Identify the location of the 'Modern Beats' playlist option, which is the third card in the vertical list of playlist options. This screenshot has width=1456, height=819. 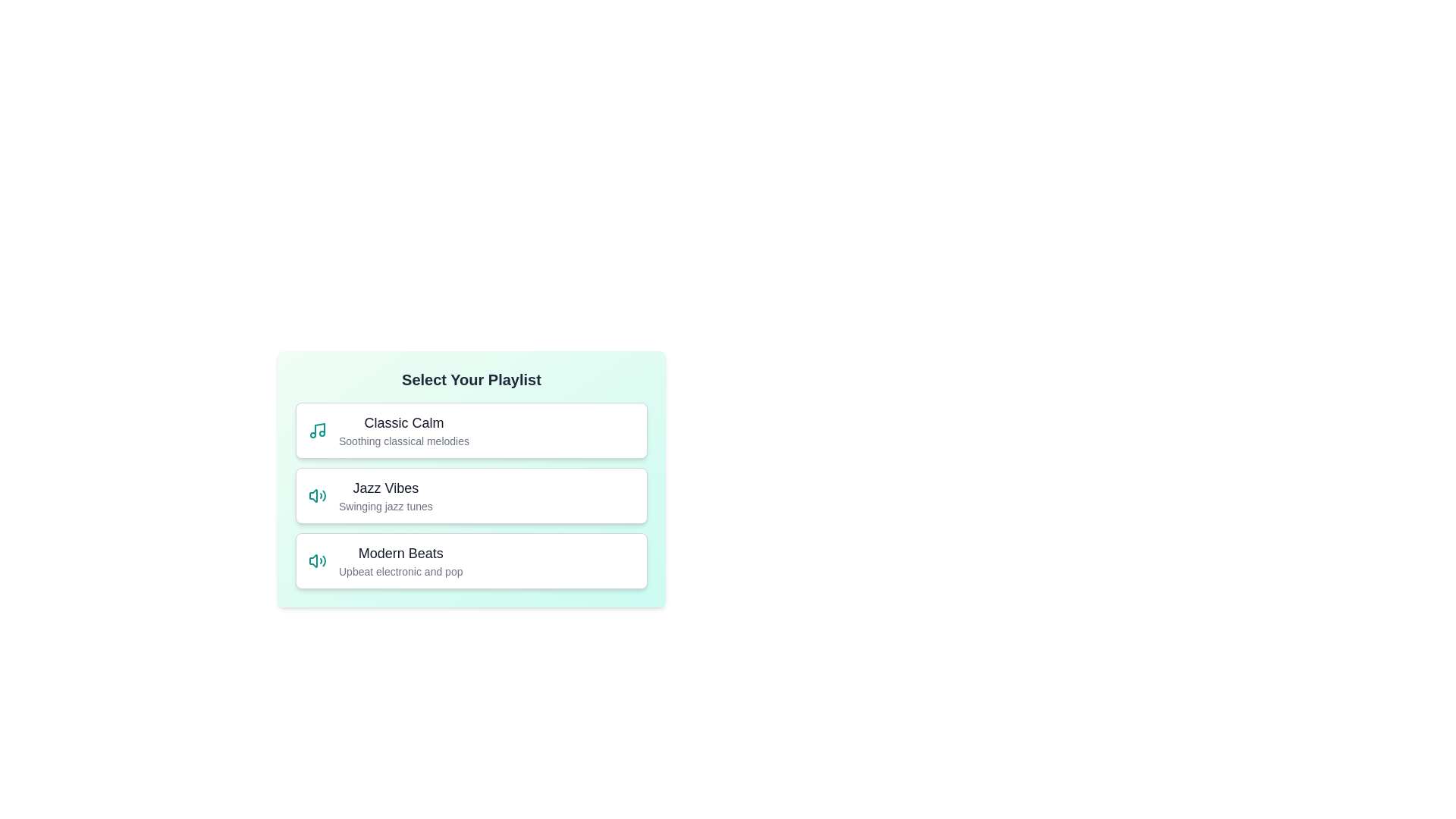
(471, 561).